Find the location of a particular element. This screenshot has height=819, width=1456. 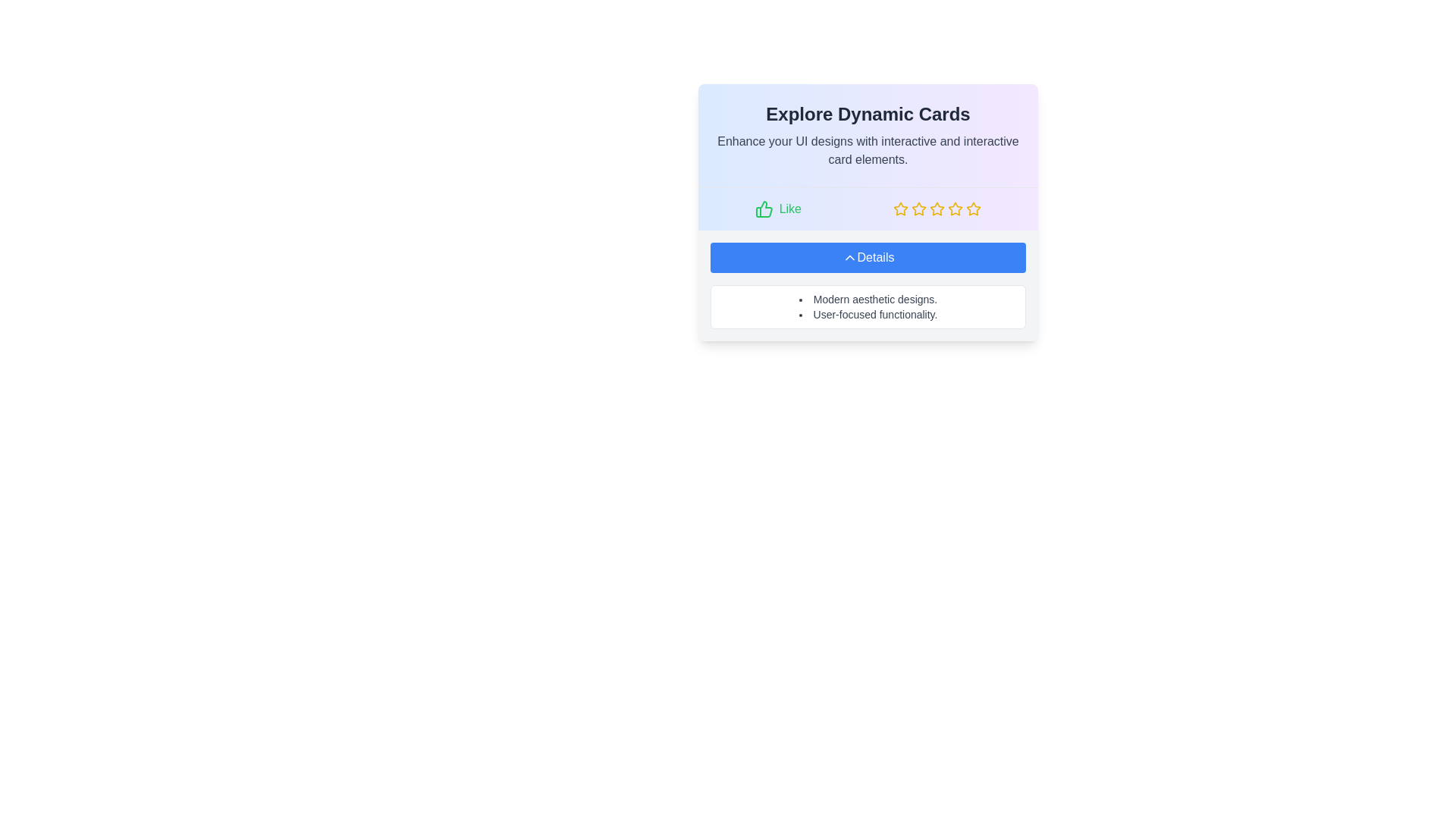

the Text List located within the white card at the bottom section, below the blue 'Details' button is located at coordinates (868, 307).